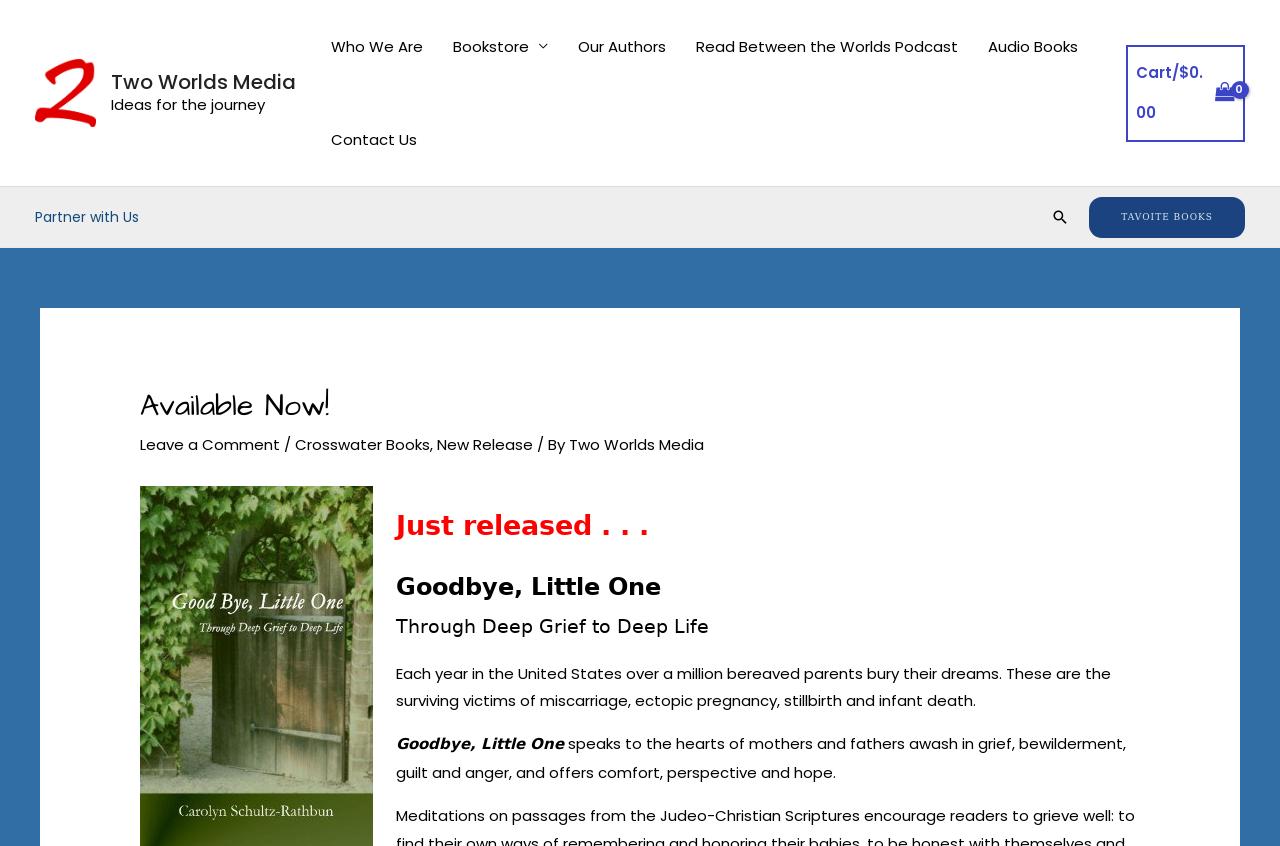  What do you see at coordinates (827, 45) in the screenshot?
I see `'Read Between the Worlds Podcast'` at bounding box center [827, 45].